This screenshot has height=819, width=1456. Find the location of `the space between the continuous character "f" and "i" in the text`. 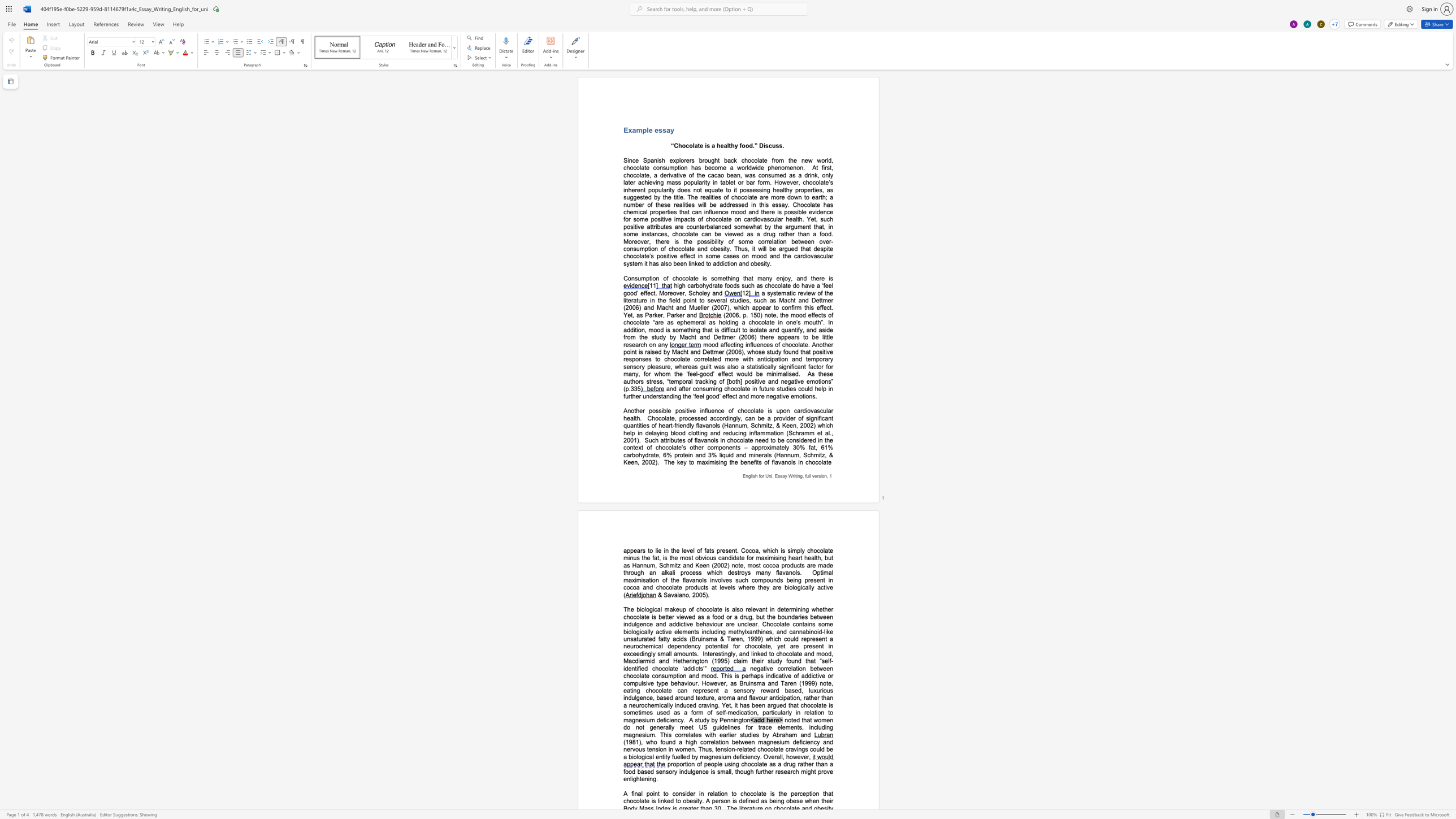

the space between the continuous character "f" and "i" in the text is located at coordinates (632, 793).